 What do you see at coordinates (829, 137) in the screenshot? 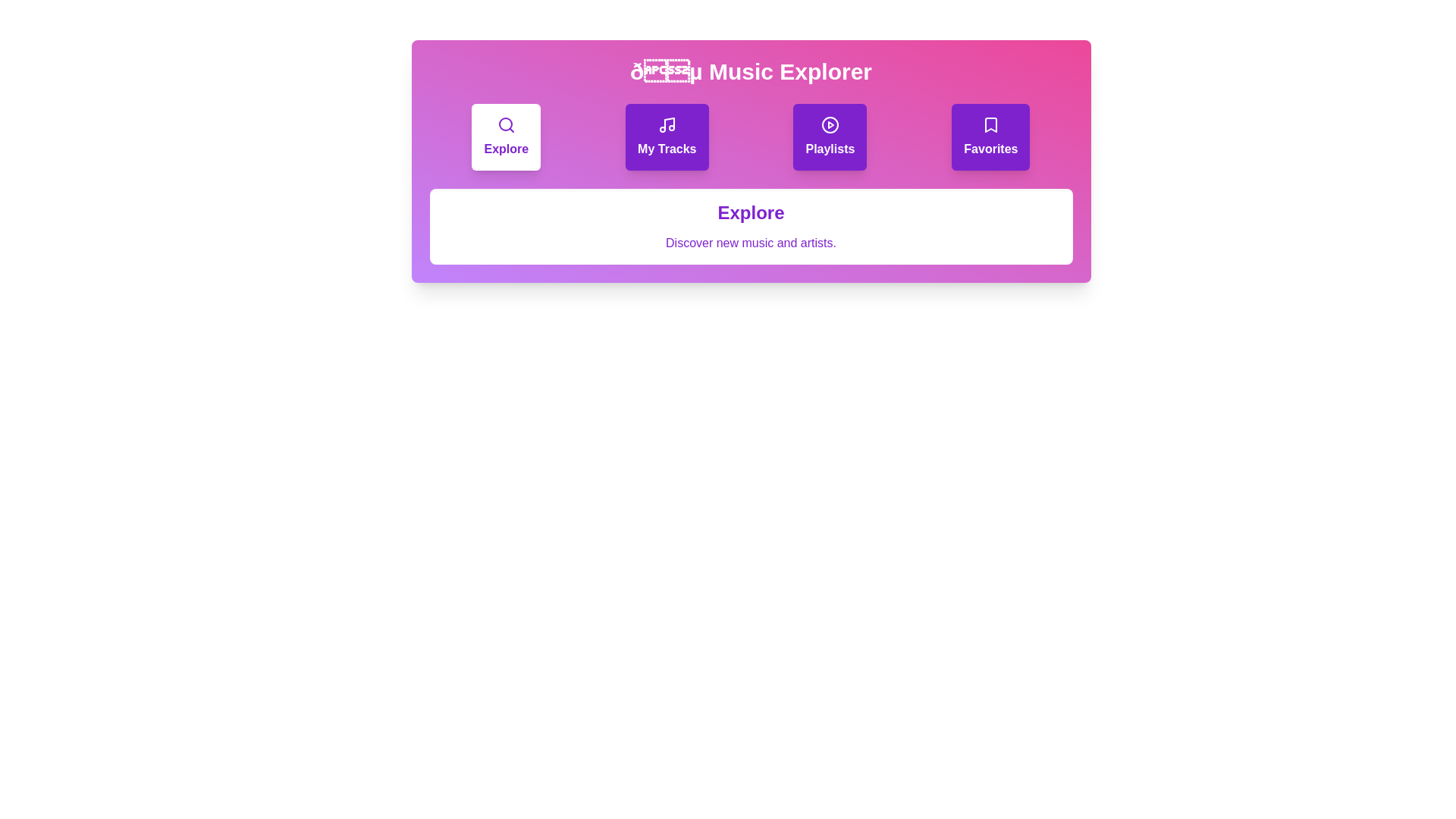
I see `the tab Playlists` at bounding box center [829, 137].